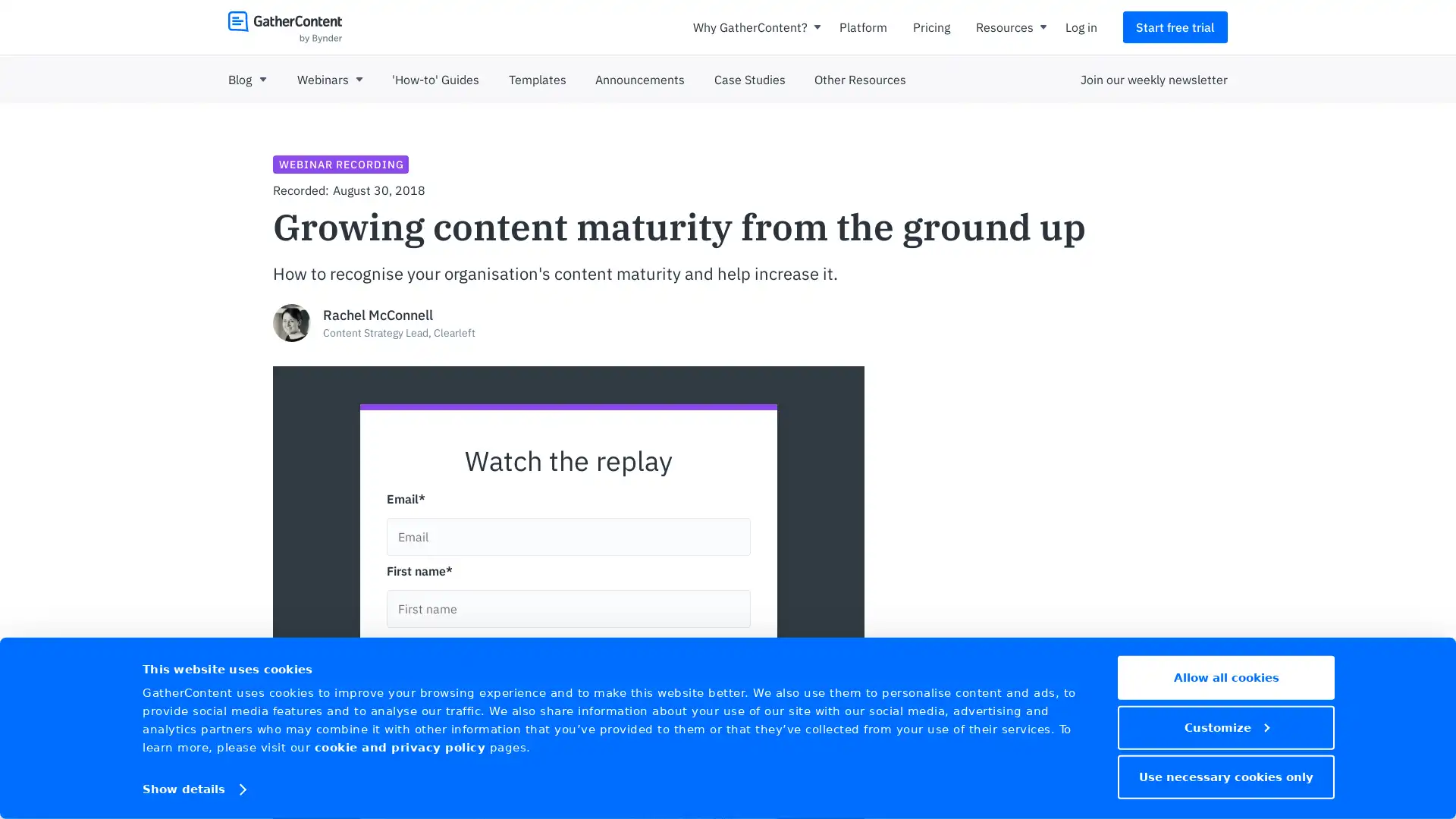 This screenshot has height=819, width=1456. What do you see at coordinates (1226, 676) in the screenshot?
I see `Allow all cookies` at bounding box center [1226, 676].